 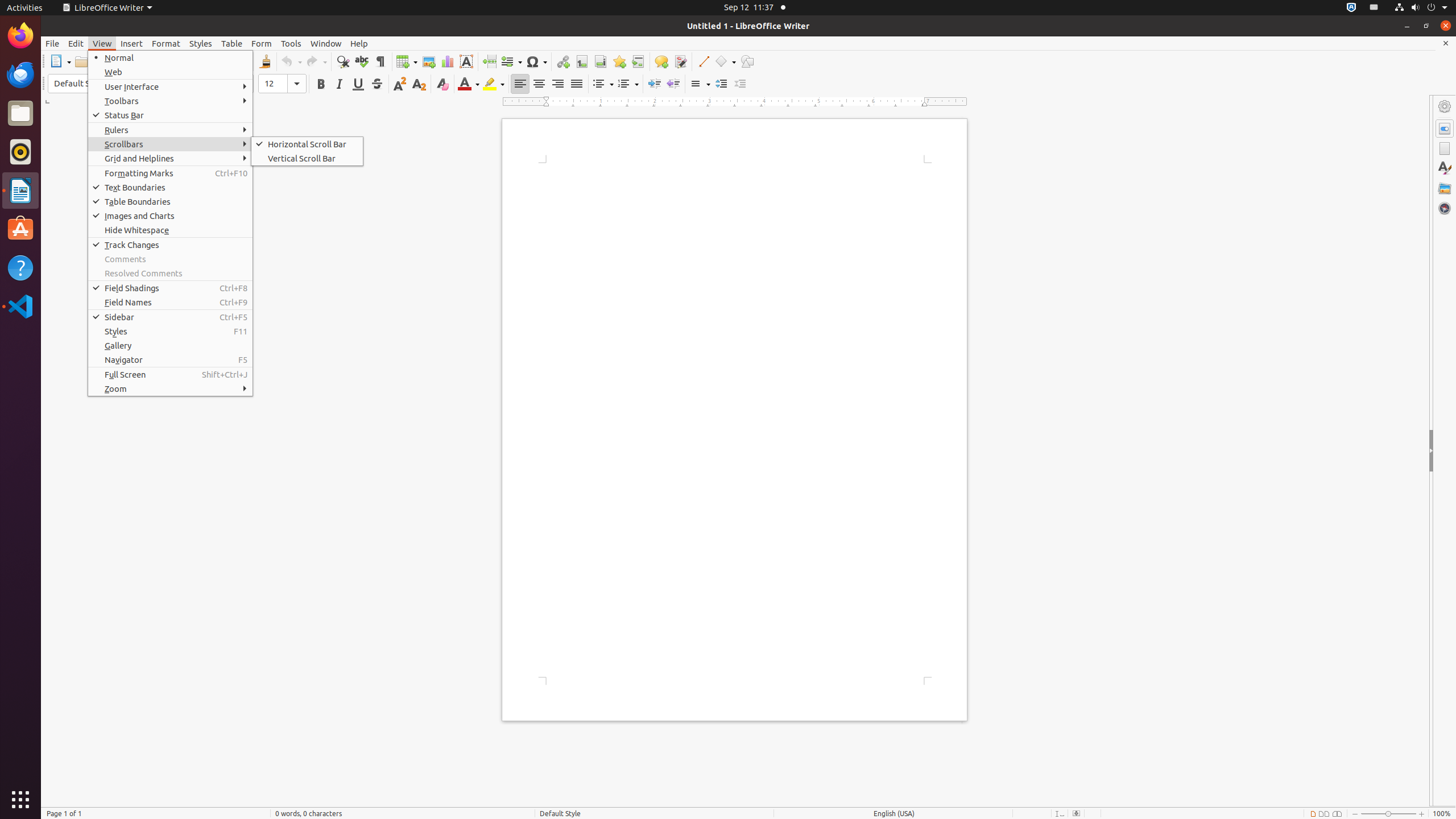 What do you see at coordinates (441, 83) in the screenshot?
I see `'Clear'` at bounding box center [441, 83].